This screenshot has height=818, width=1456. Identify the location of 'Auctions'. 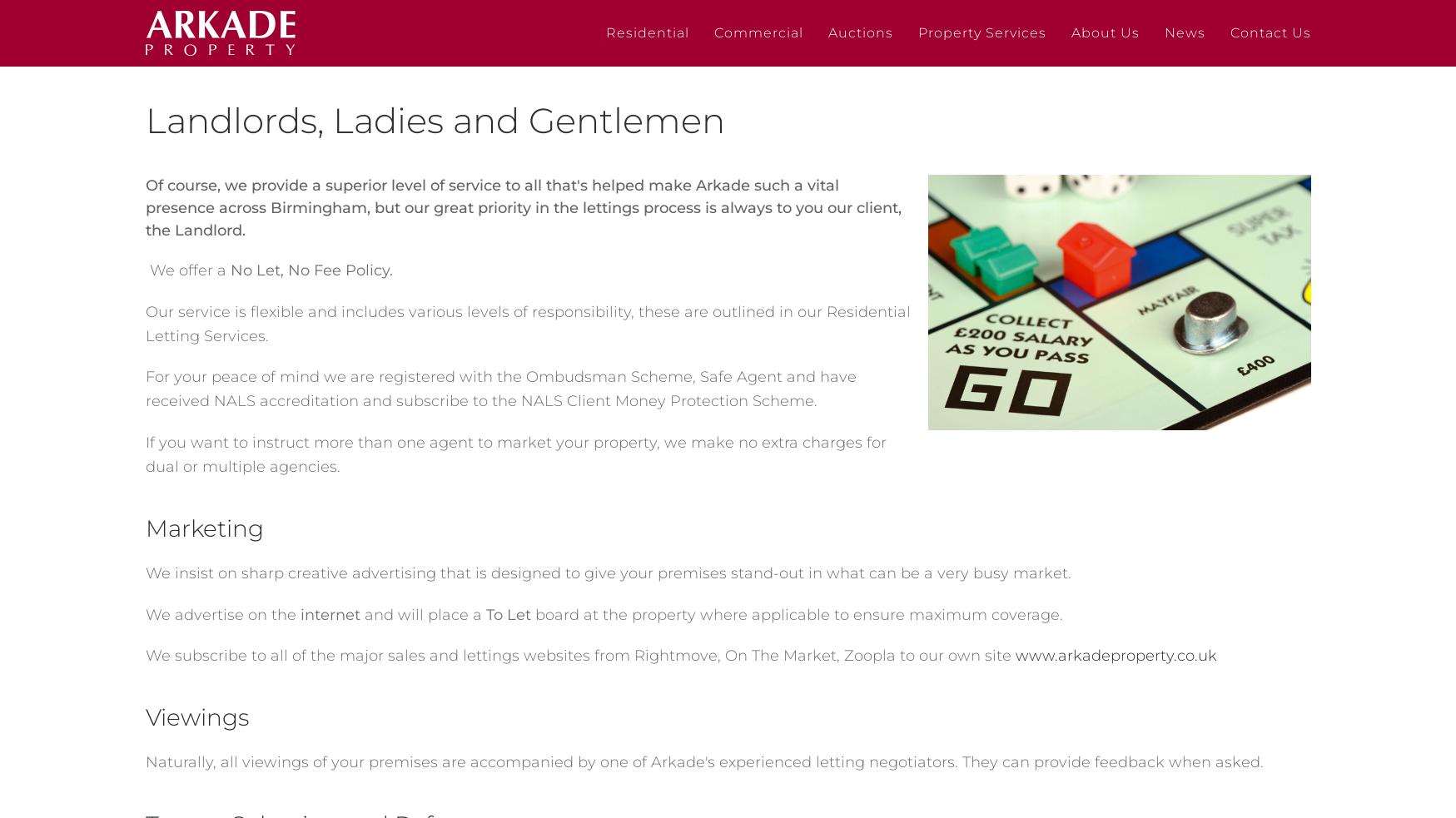
(859, 32).